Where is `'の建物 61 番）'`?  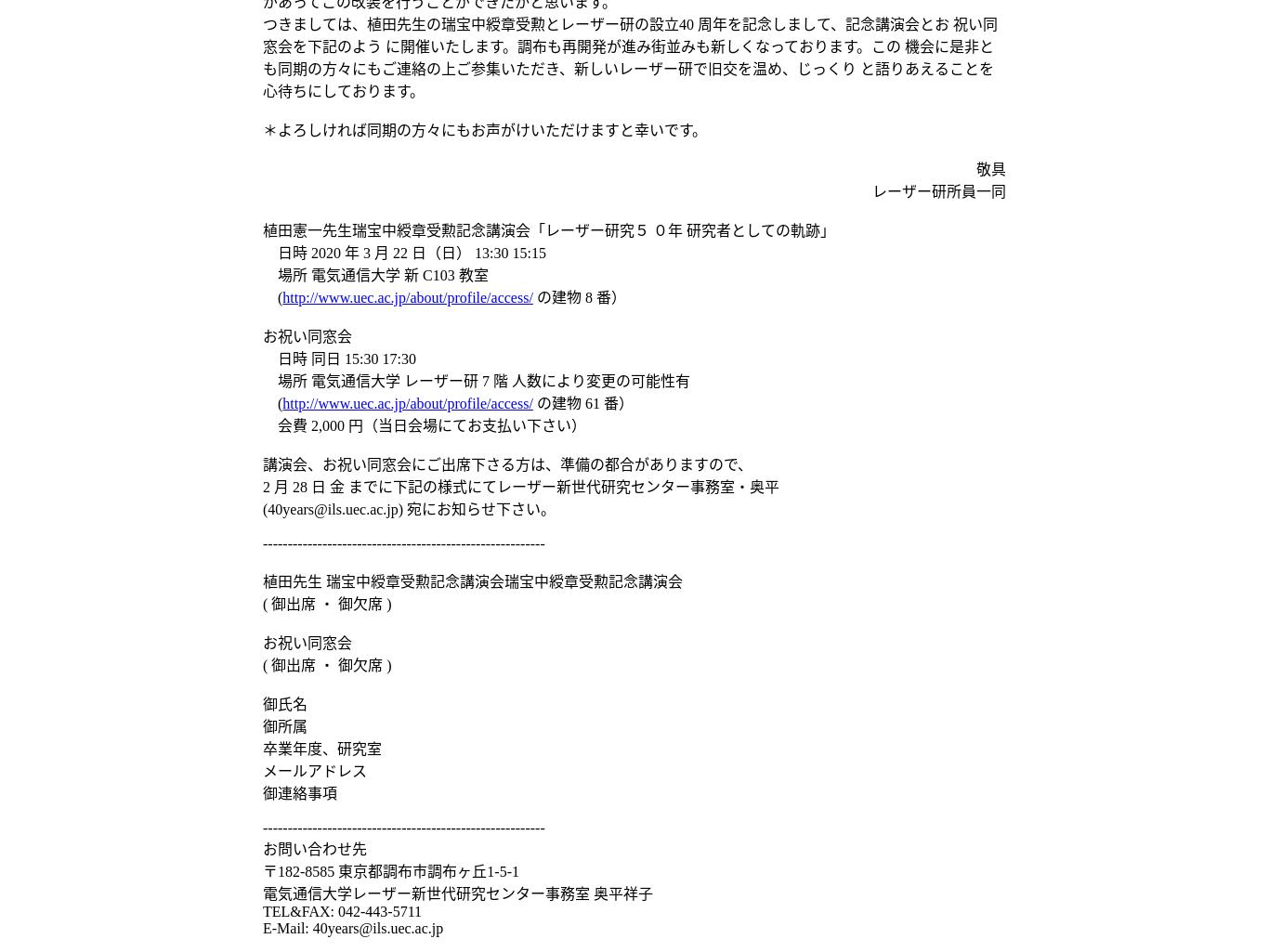
'の建物 61 番）' is located at coordinates (581, 402).